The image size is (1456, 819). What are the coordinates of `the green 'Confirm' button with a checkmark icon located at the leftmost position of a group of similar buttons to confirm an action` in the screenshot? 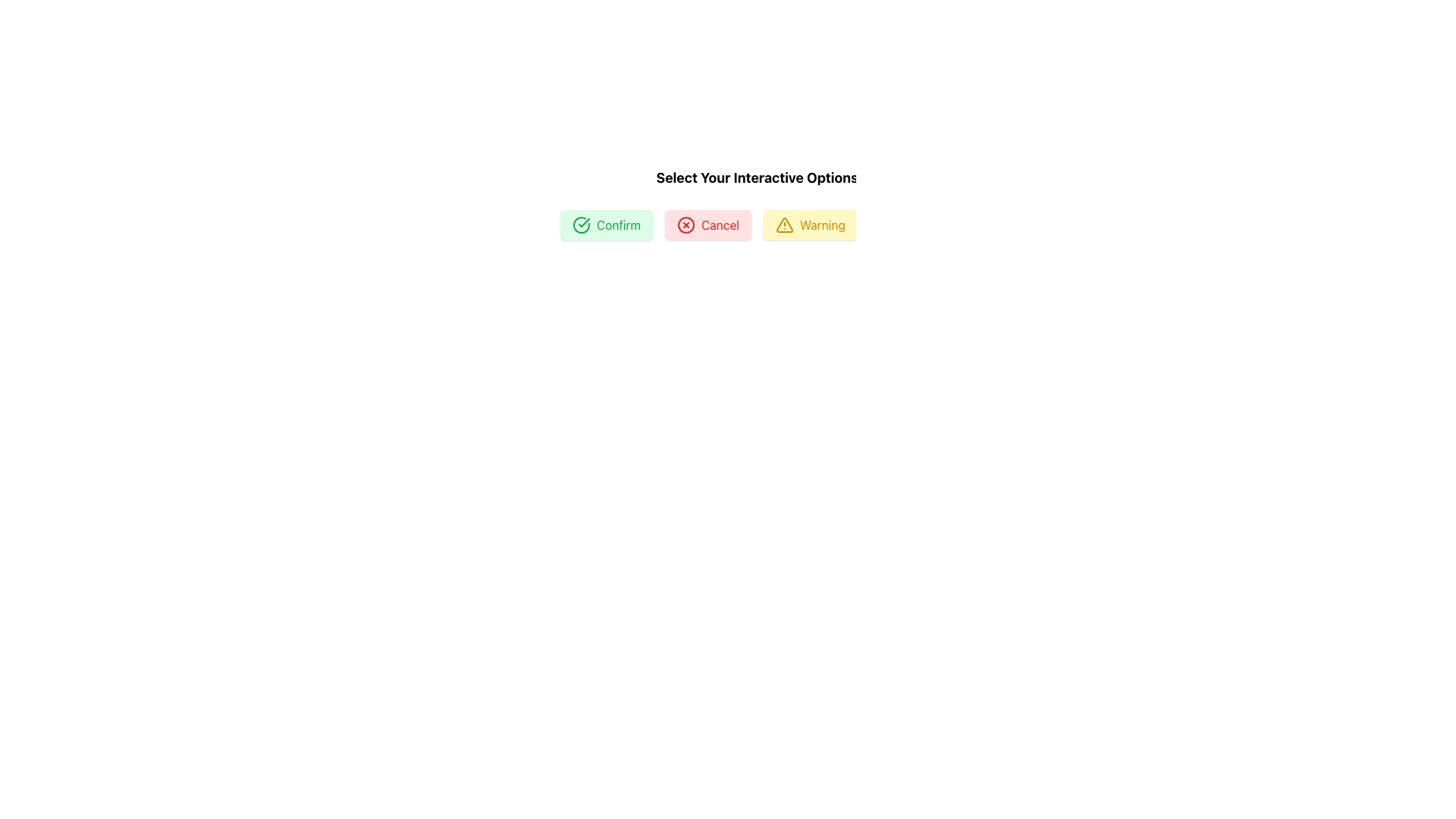 It's located at (607, 225).